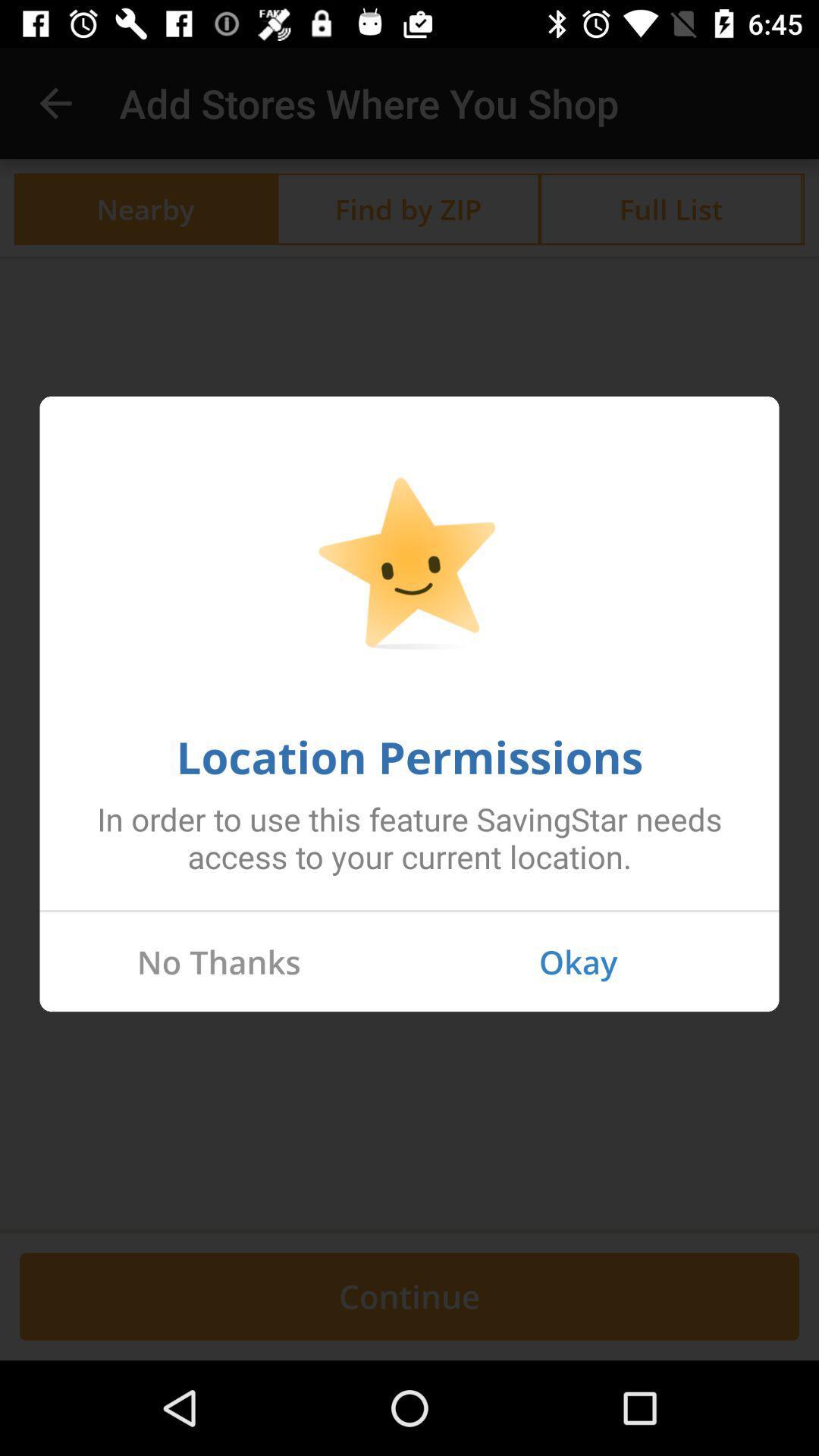 This screenshot has width=819, height=1456. Describe the element at coordinates (409, 910) in the screenshot. I see `the item below the in order to icon` at that location.